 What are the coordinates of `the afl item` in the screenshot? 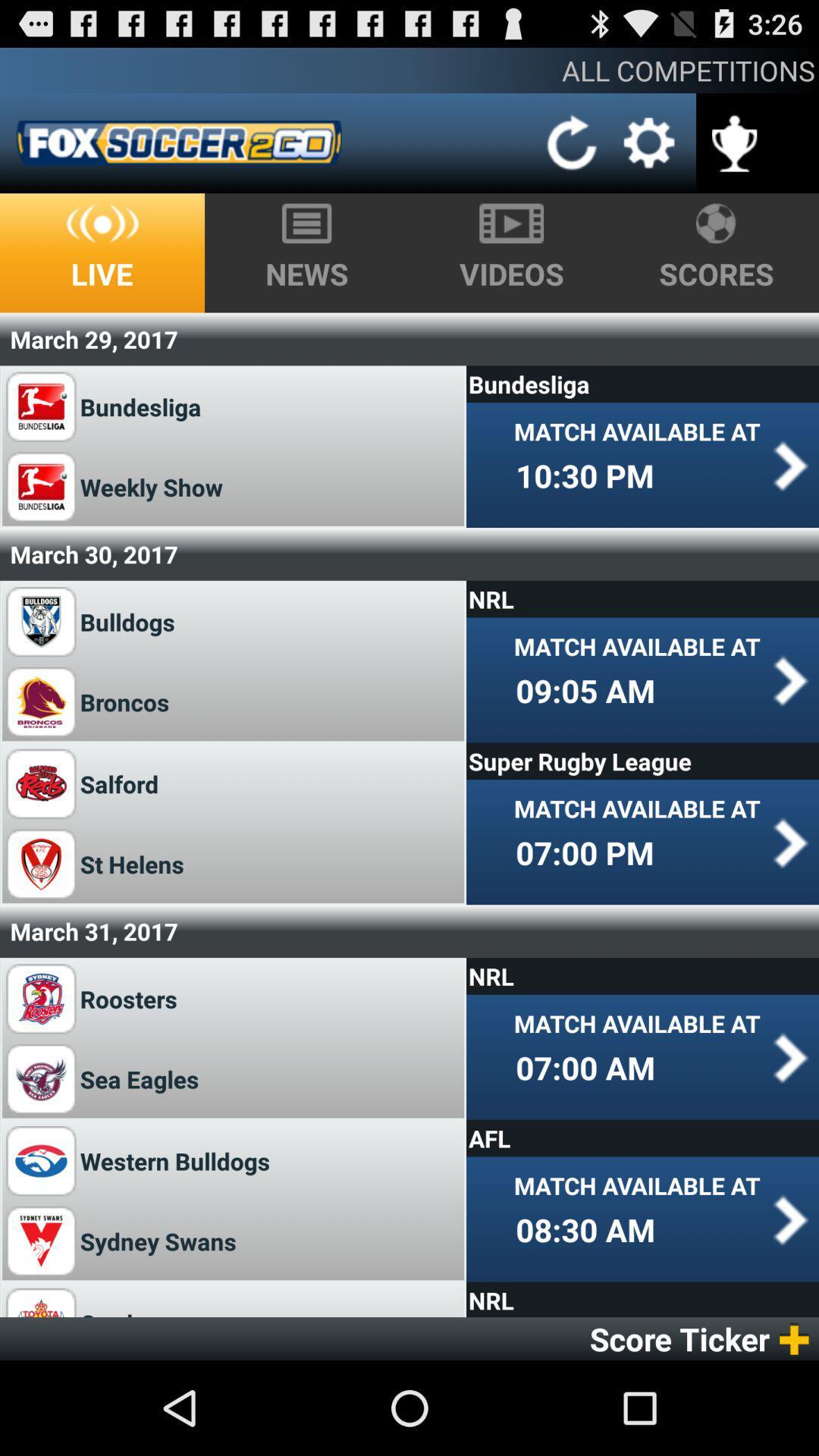 It's located at (642, 1138).